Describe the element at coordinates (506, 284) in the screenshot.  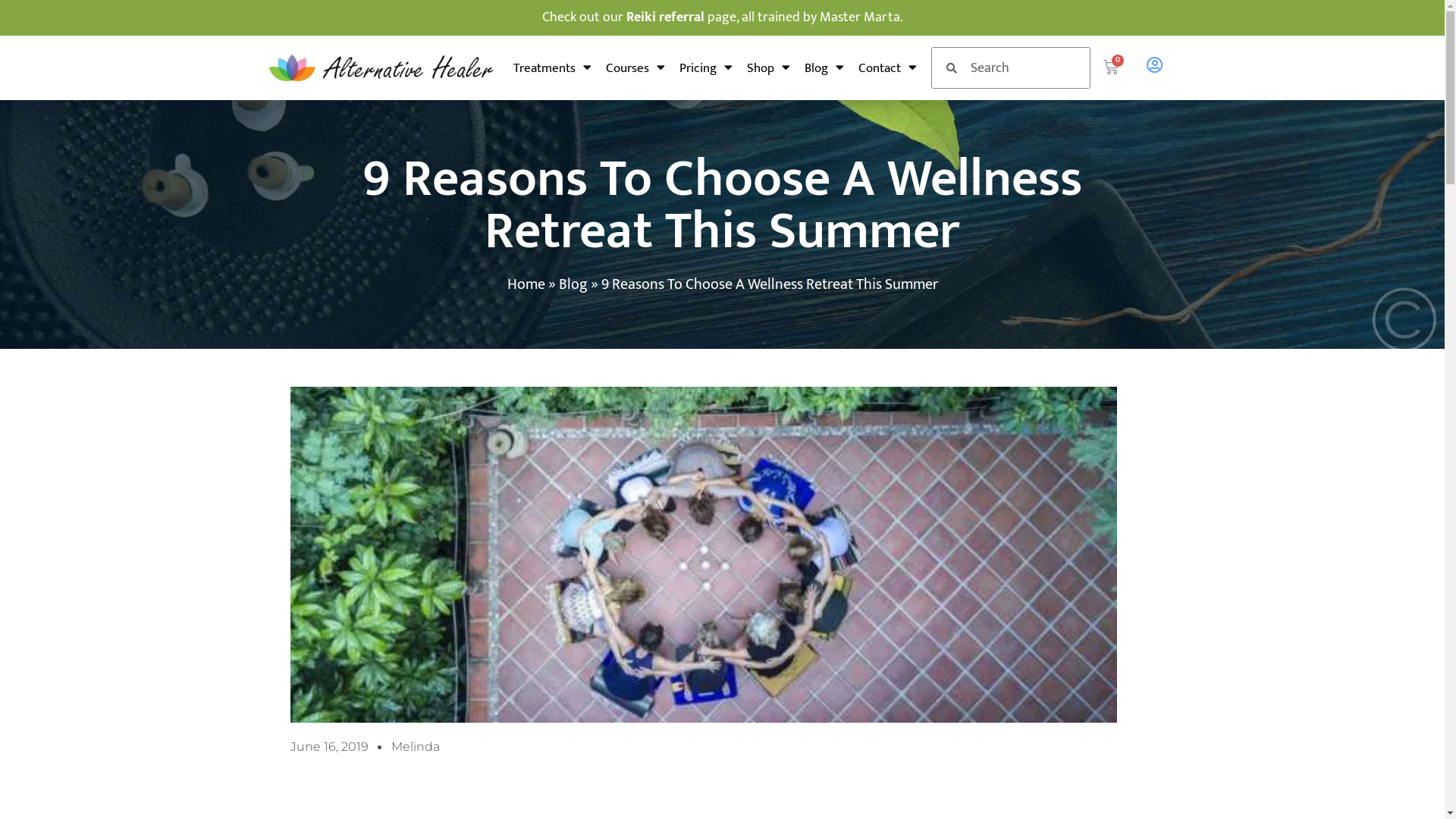
I see `'Home'` at that location.